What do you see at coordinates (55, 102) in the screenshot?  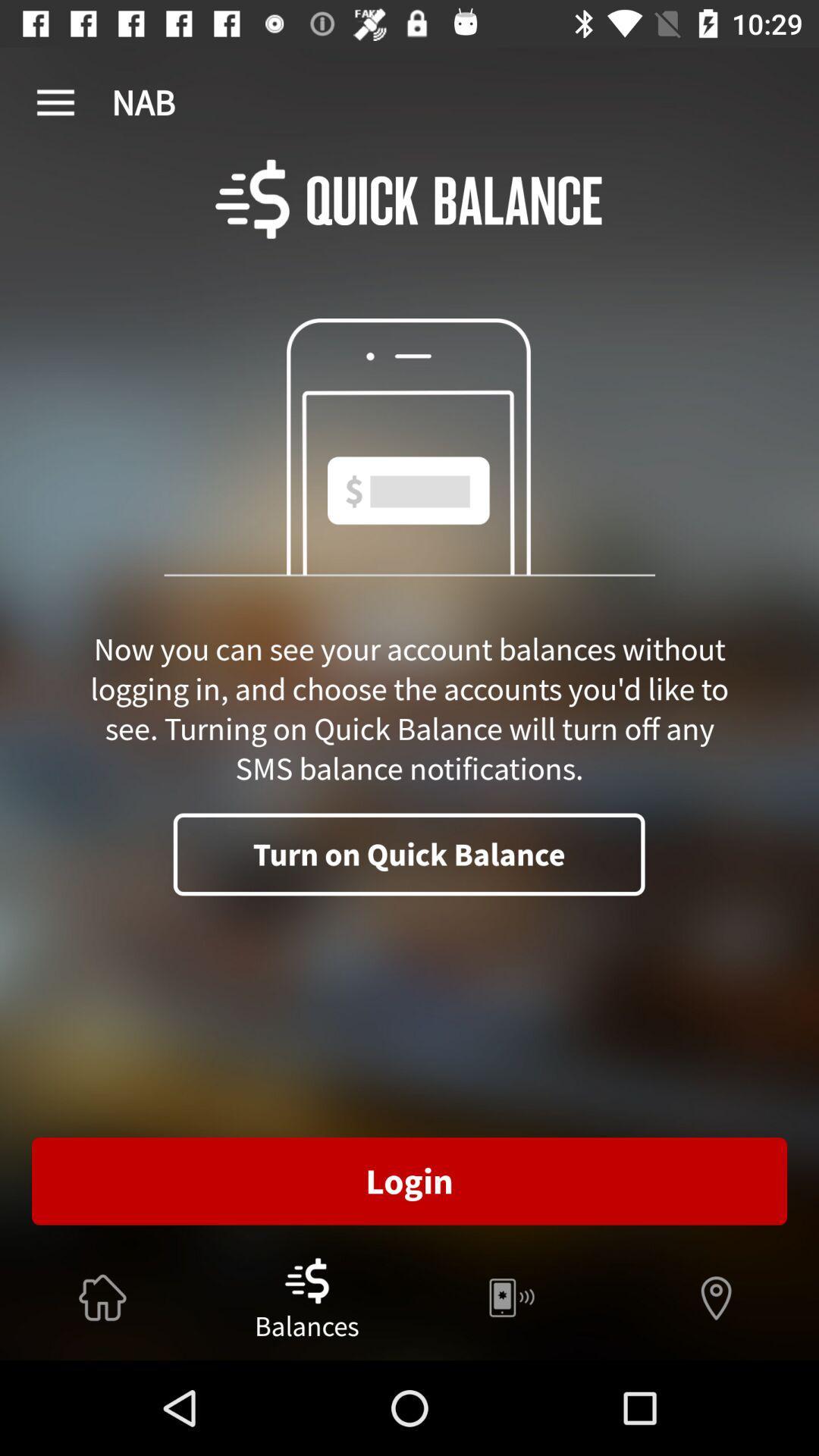 I see `app to the left of nab` at bounding box center [55, 102].